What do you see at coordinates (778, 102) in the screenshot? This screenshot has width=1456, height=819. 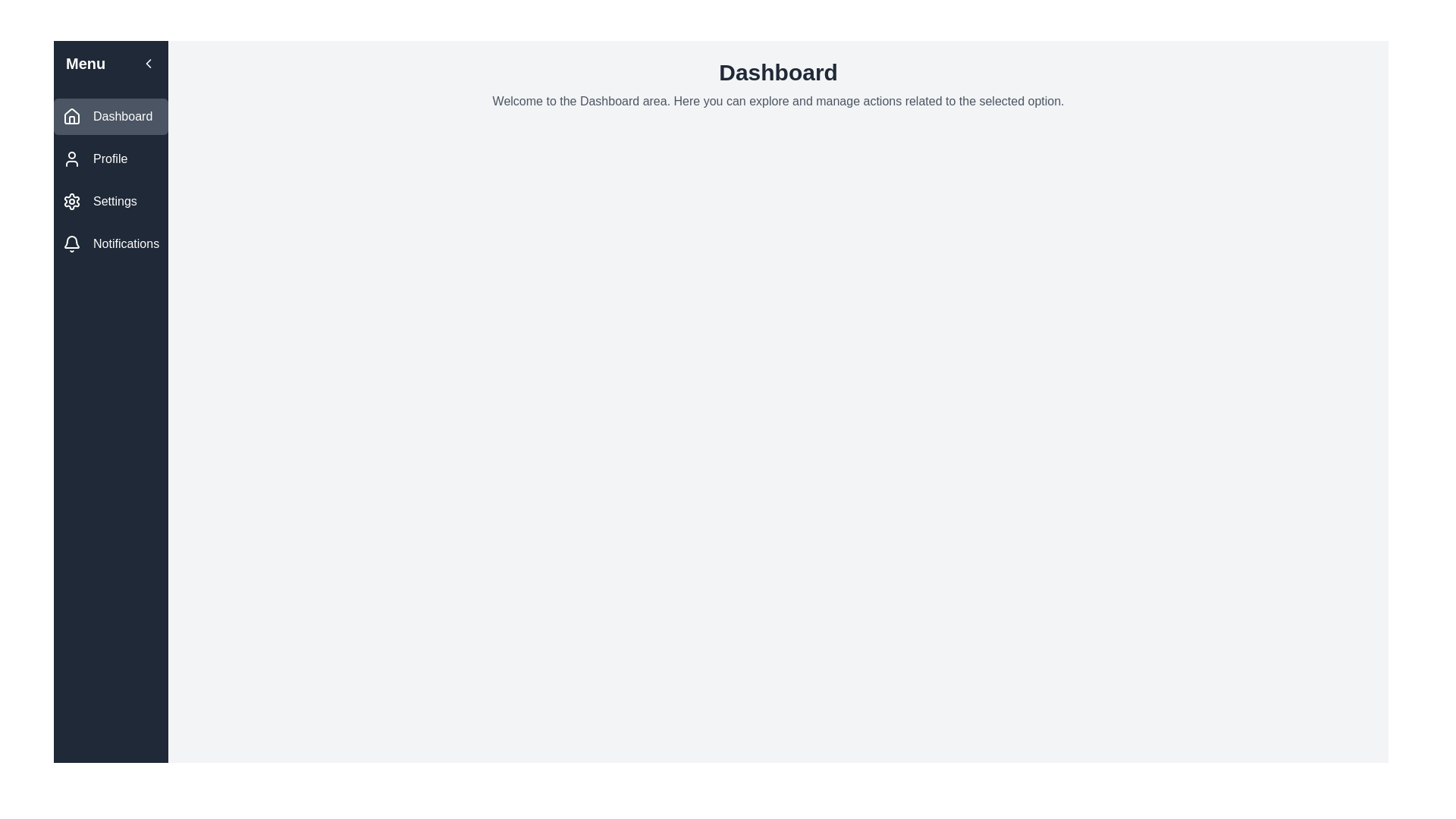 I see `the static introductory text located below the 'Dashboard' title on the dashboard page` at bounding box center [778, 102].